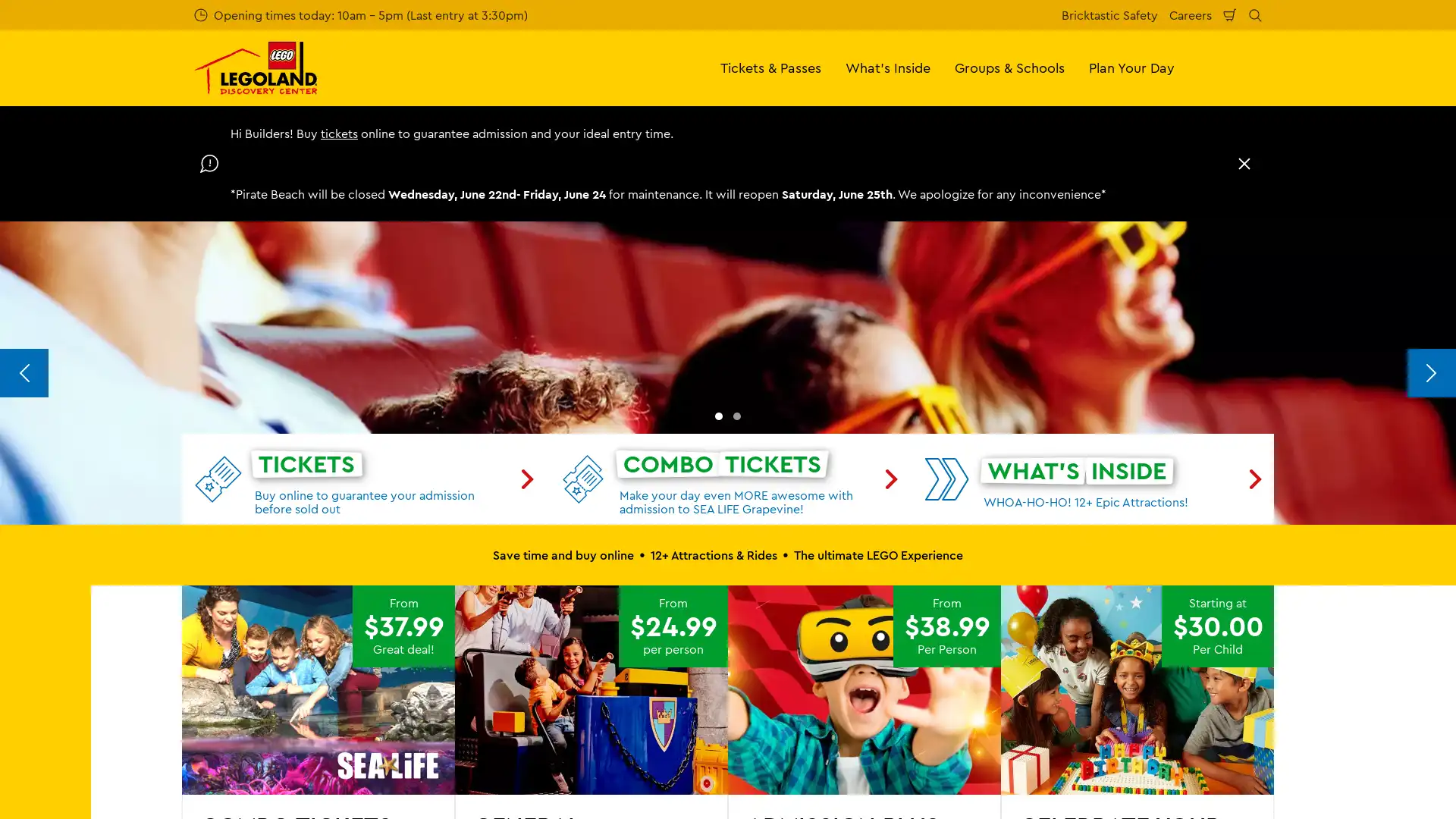 The height and width of the screenshot is (819, 1456). What do you see at coordinates (1244, 164) in the screenshot?
I see `Close` at bounding box center [1244, 164].